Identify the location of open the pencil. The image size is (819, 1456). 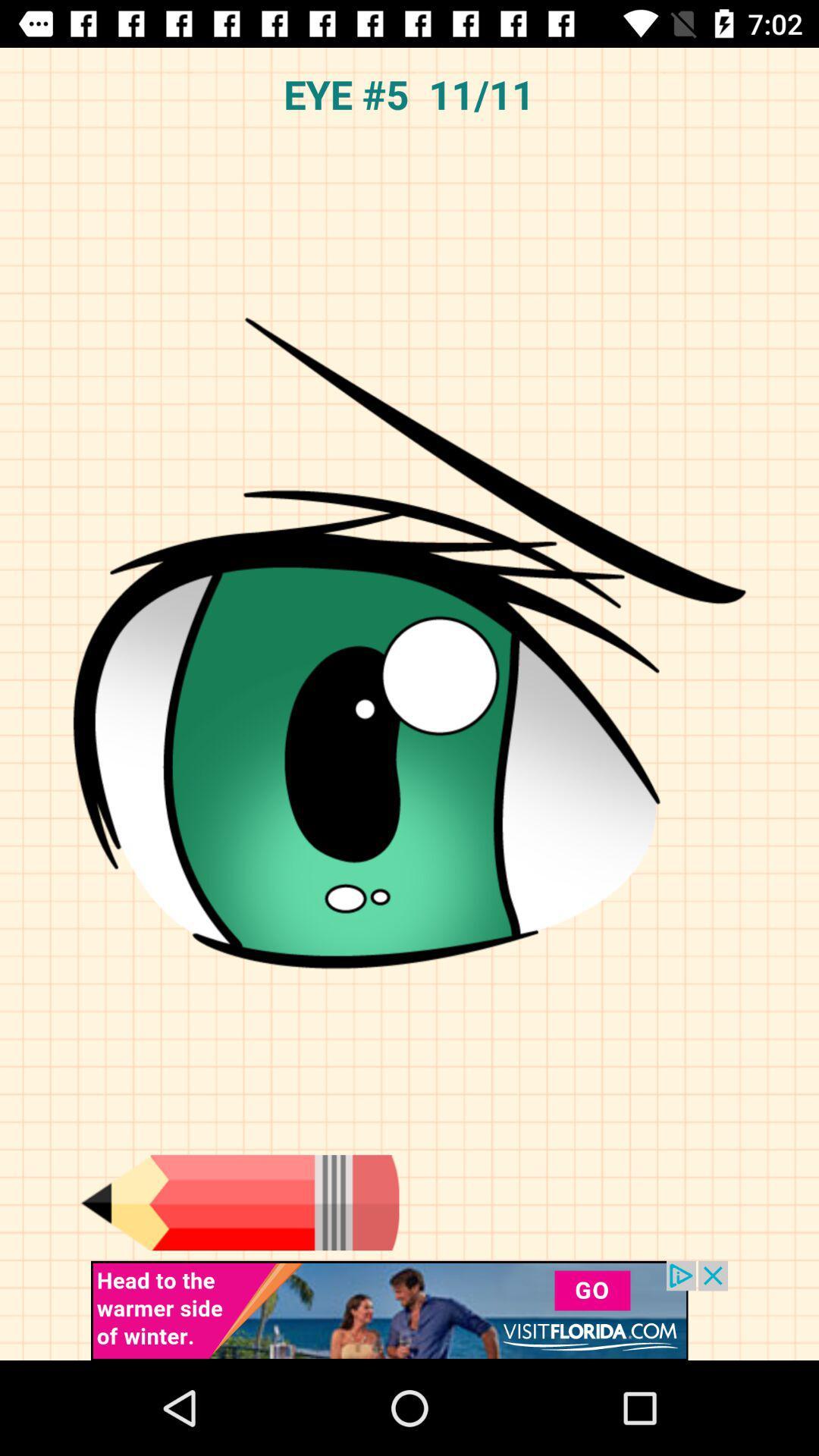
(239, 1202).